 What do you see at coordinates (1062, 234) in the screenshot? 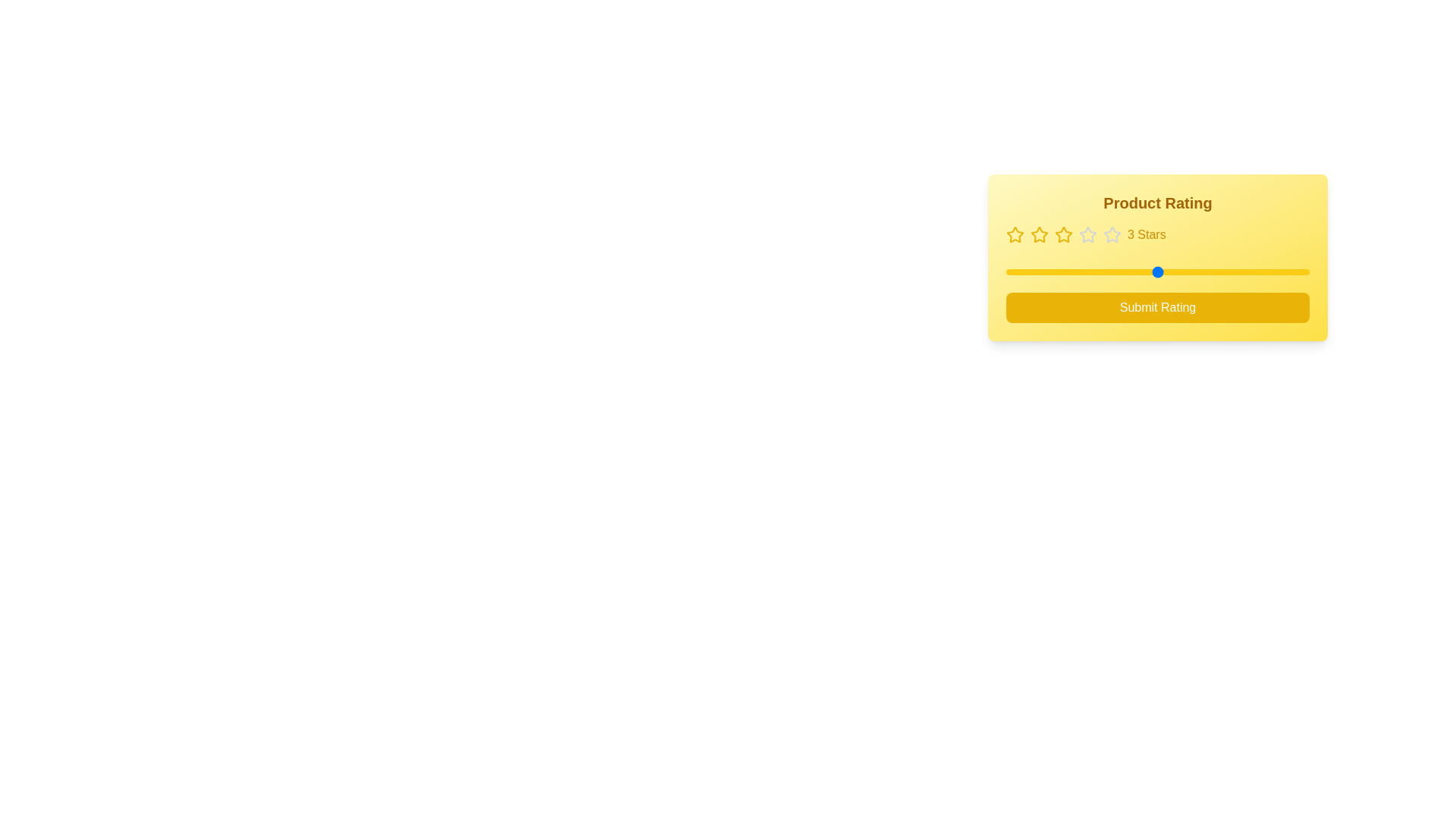
I see `the second star-shaped interactive rating icon, which is prominently styled in yellow and located within a product rating card, to rate it` at bounding box center [1062, 234].